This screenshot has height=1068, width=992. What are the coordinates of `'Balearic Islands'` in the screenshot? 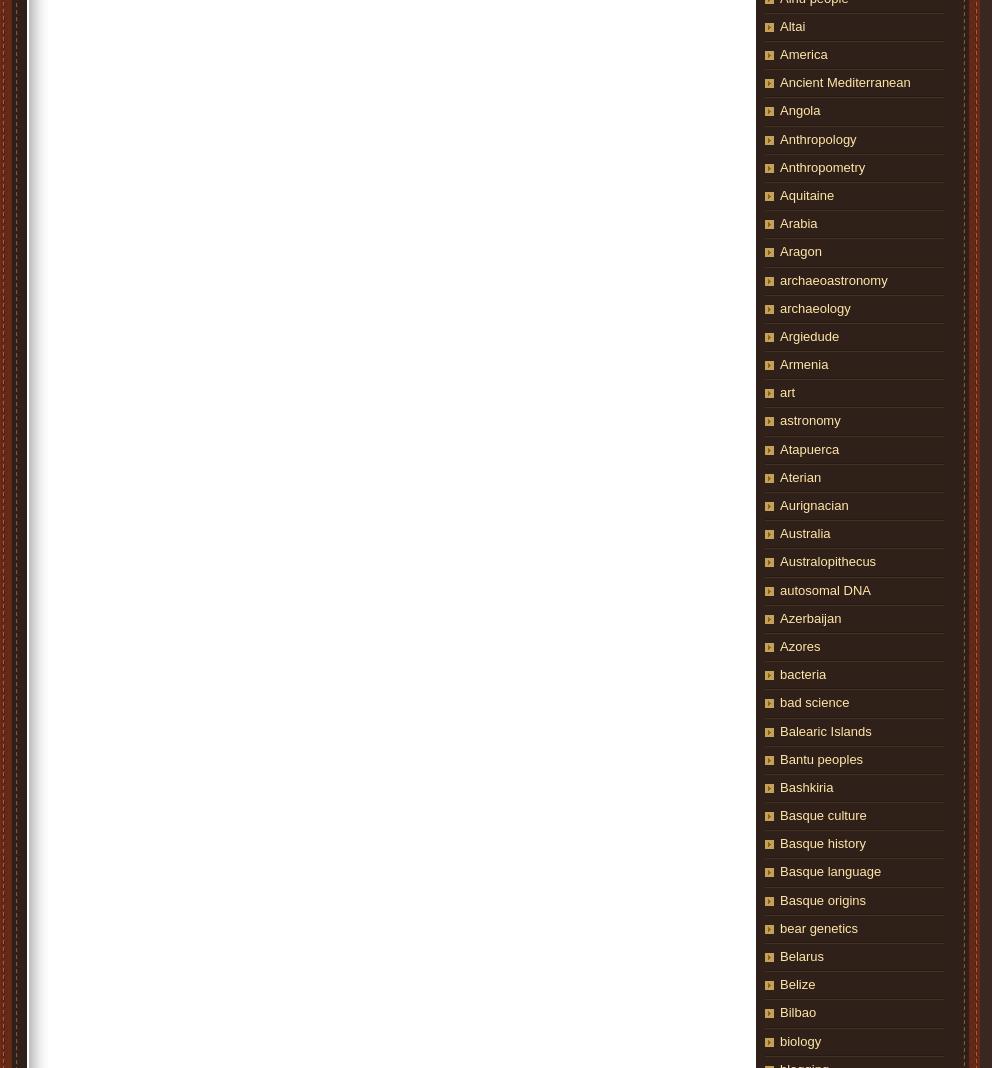 It's located at (825, 730).